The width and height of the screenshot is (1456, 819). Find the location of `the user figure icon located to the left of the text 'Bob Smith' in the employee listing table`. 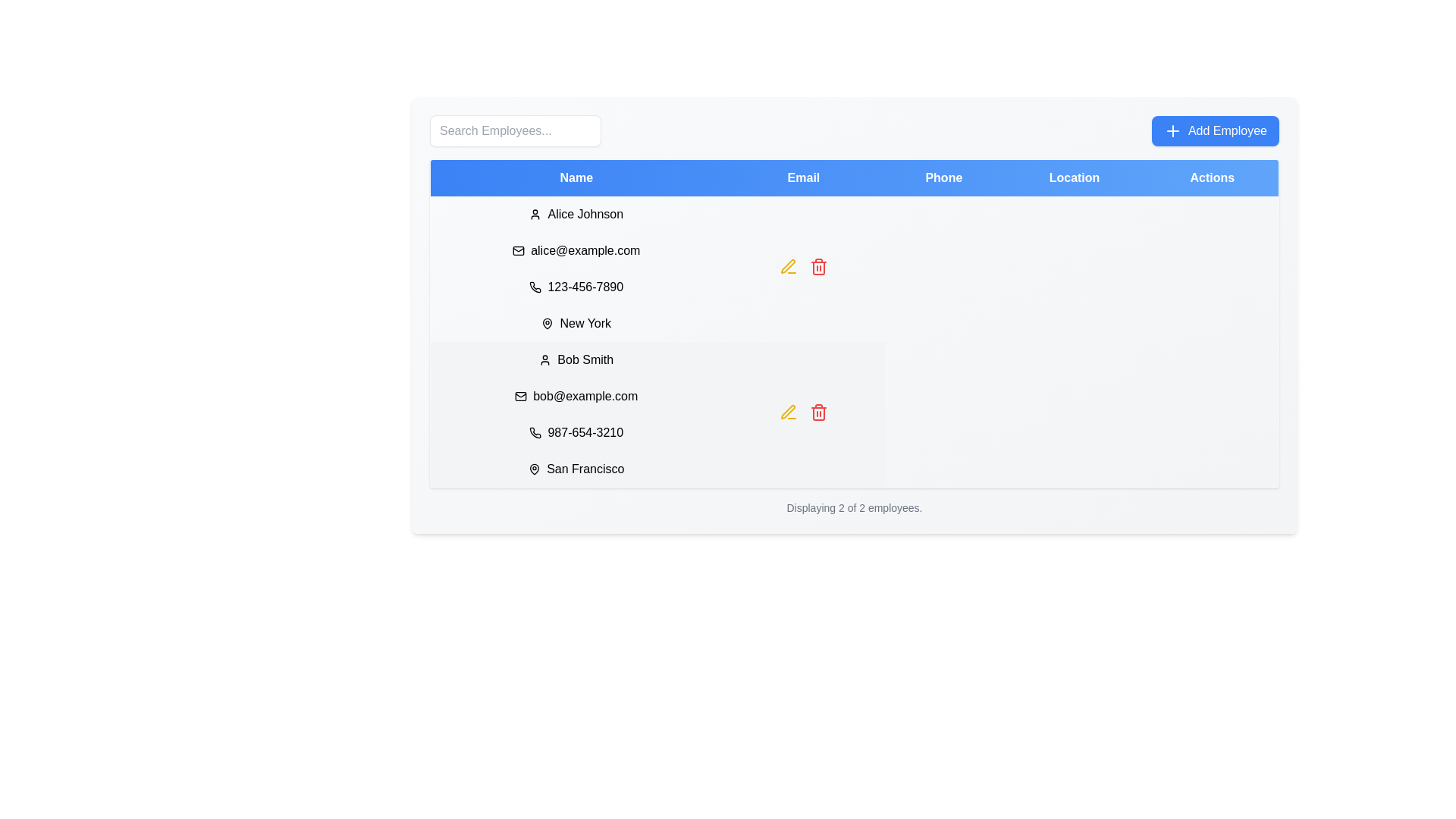

the user figure icon located to the left of the text 'Bob Smith' in the employee listing table is located at coordinates (545, 359).